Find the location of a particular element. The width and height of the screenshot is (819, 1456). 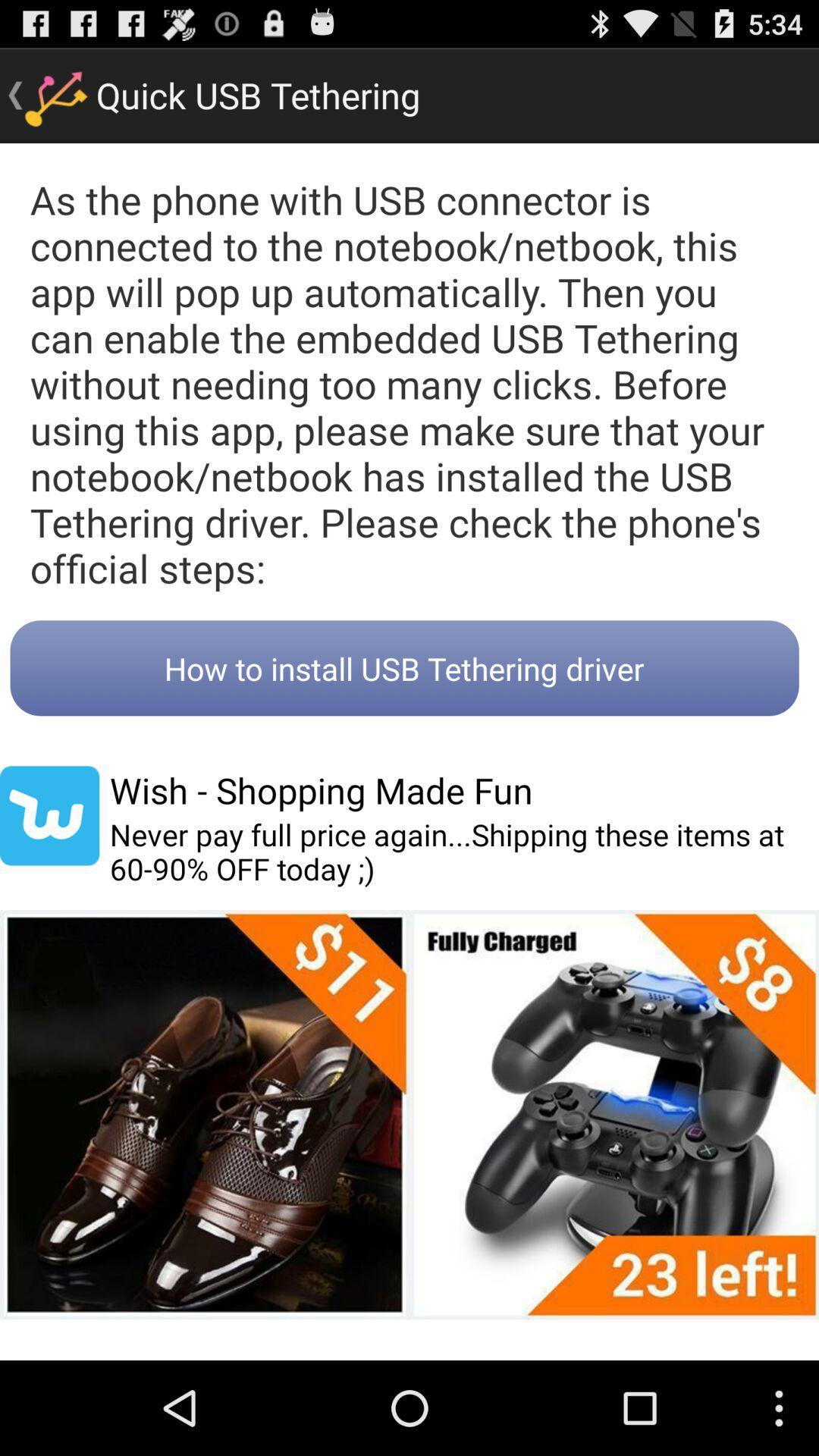

the item on the left is located at coordinates (49, 814).